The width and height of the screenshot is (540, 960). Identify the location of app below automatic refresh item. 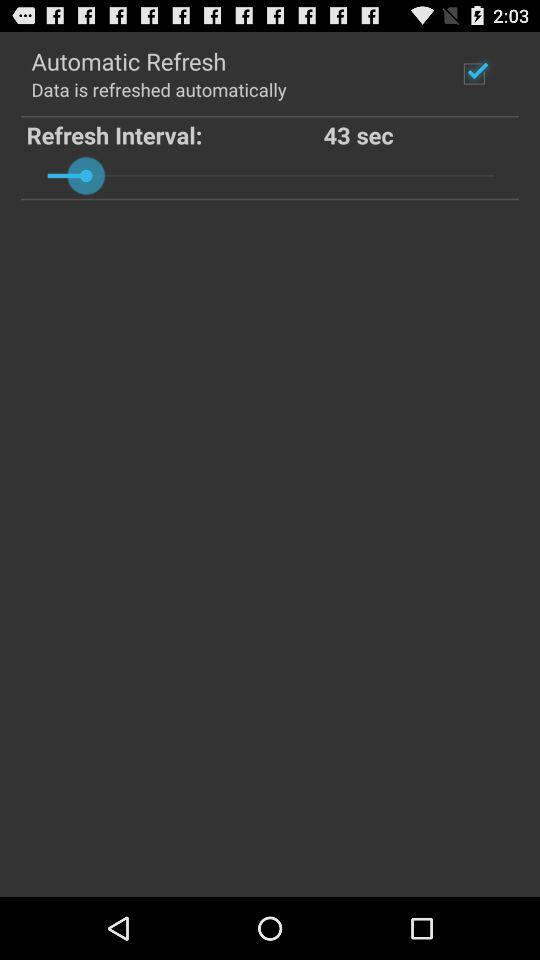
(157, 89).